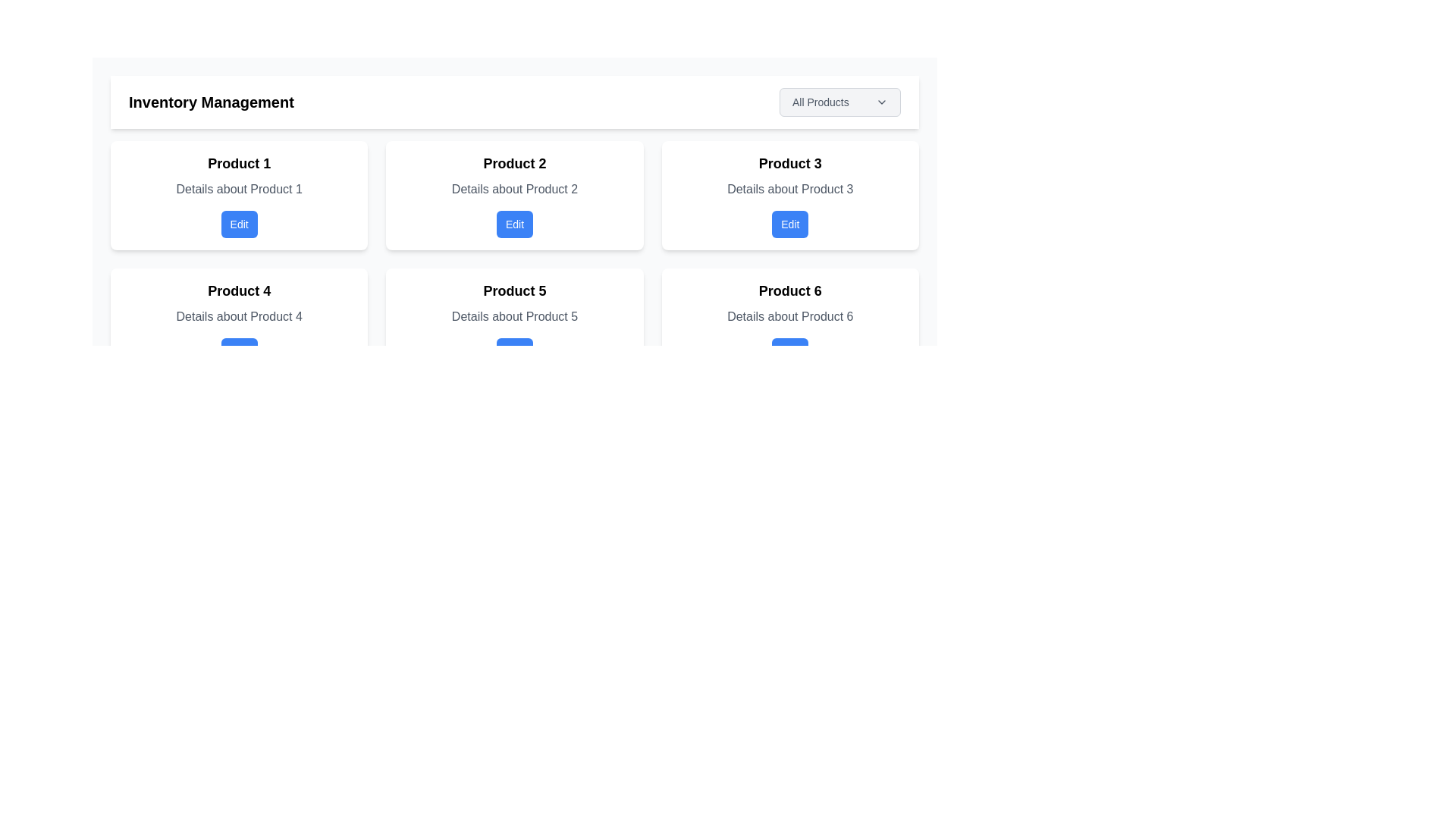 This screenshot has width=1456, height=819. I want to click on the text label displaying 'Details about Product 5', which is located beneath the title 'Product 5' within its card, so click(514, 315).